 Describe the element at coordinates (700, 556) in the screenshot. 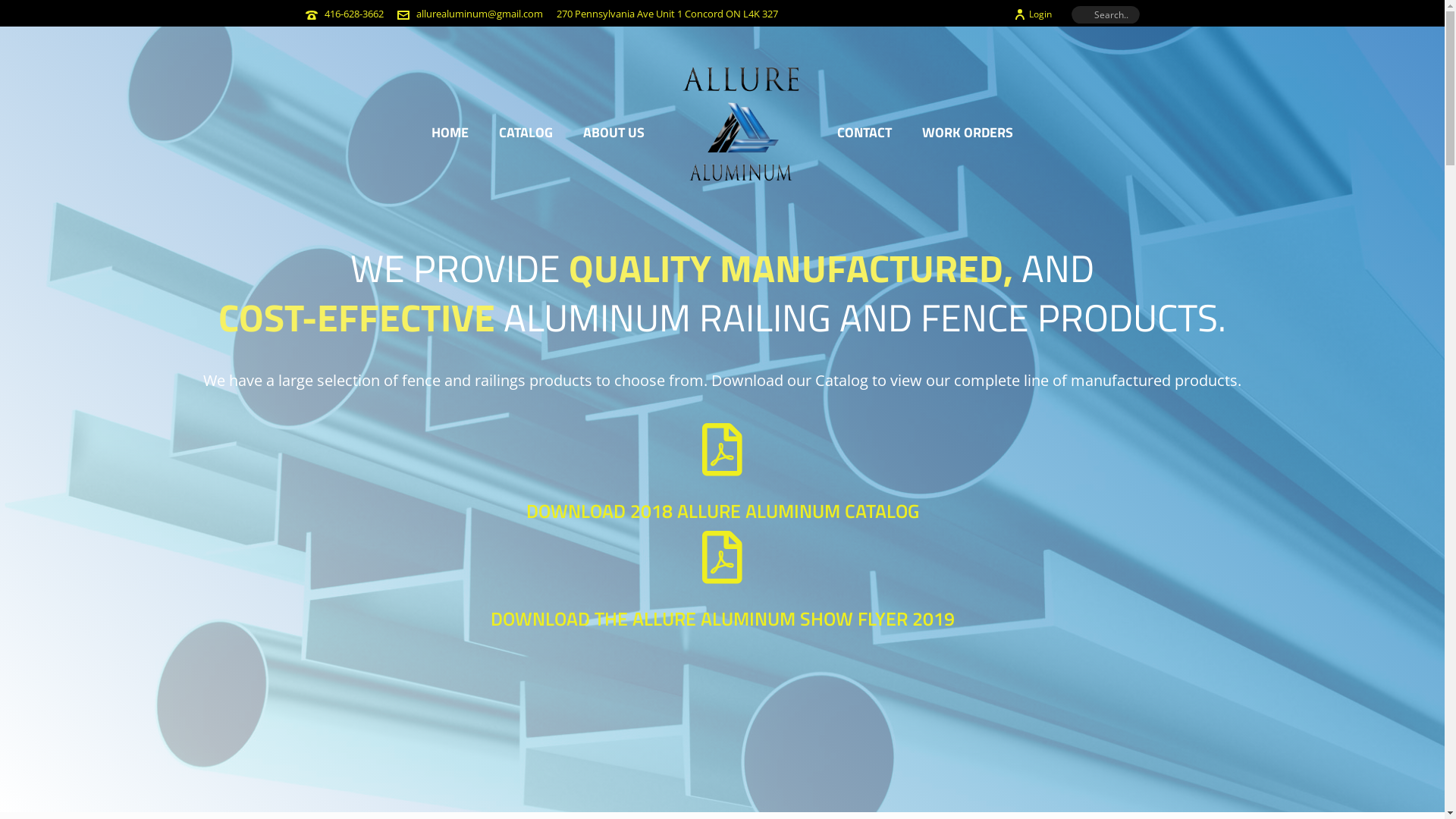

I see `'Allure Aluminum 2019 Flyer'` at that location.